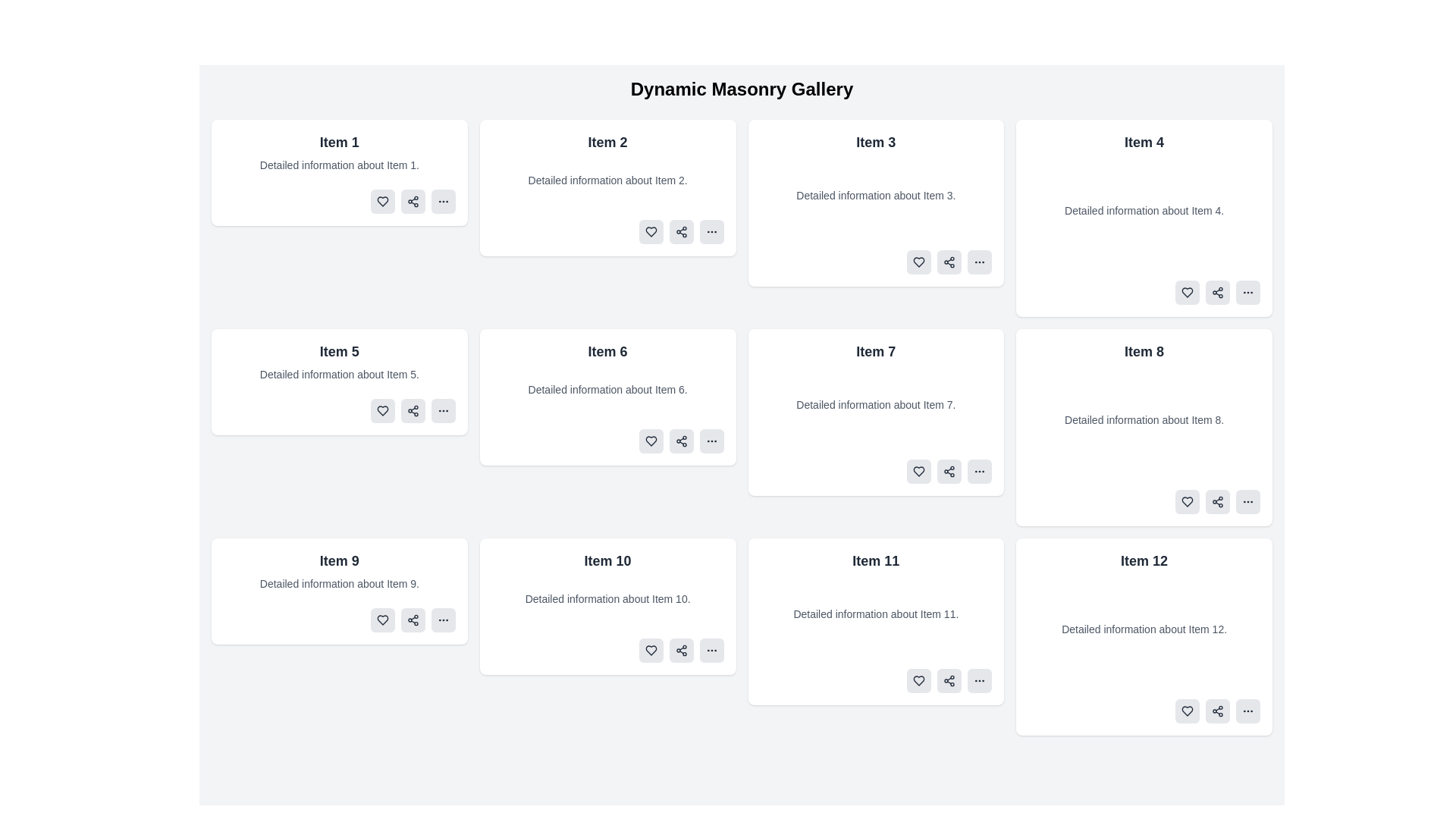 The height and width of the screenshot is (819, 1456). I want to click on the heart-shaped icon outlined in gray within the 'Item 12' card to like or favorite the item, so click(1186, 711).